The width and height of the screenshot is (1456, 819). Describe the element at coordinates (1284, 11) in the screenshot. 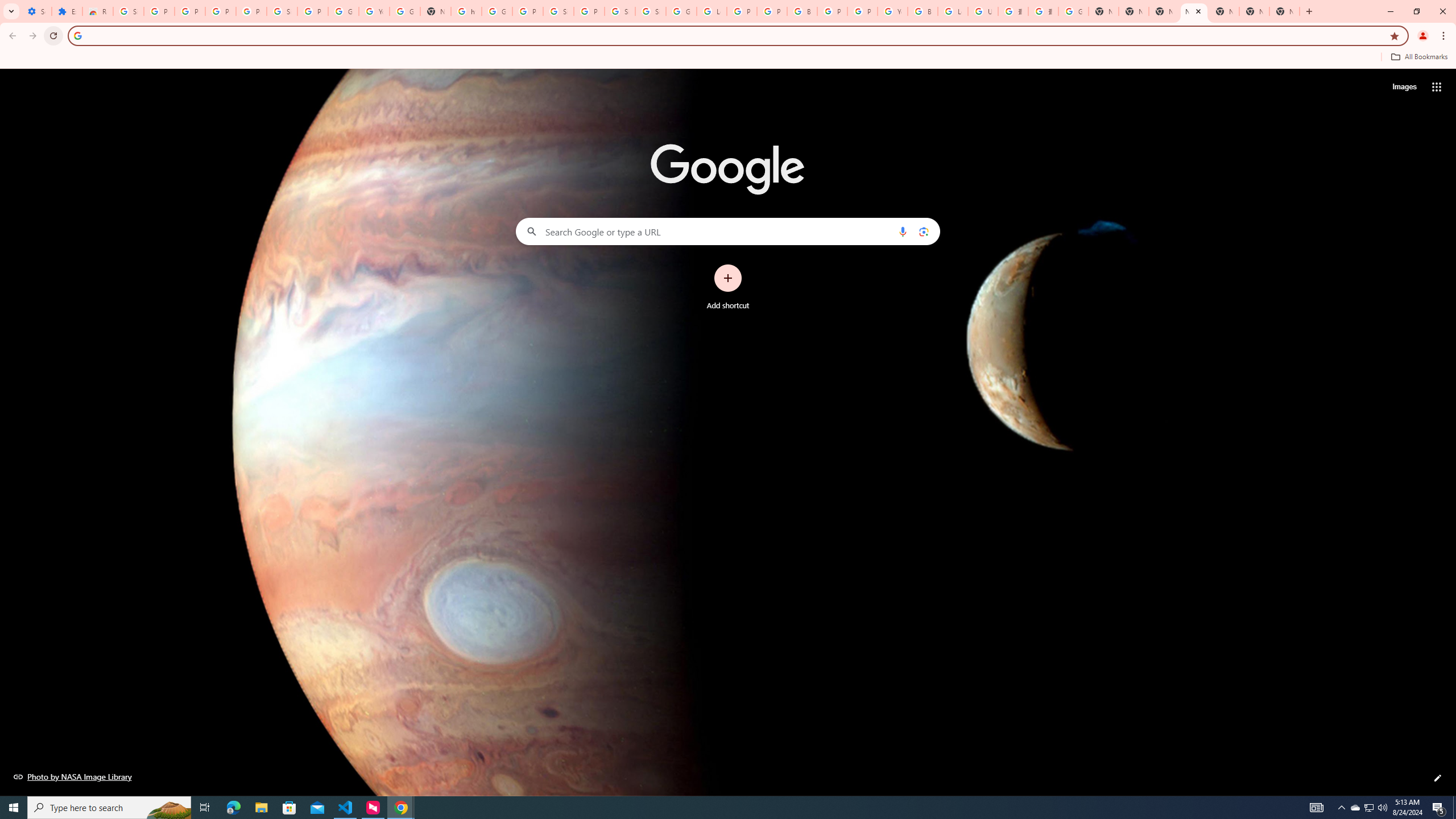

I see `'New Tab'` at that location.